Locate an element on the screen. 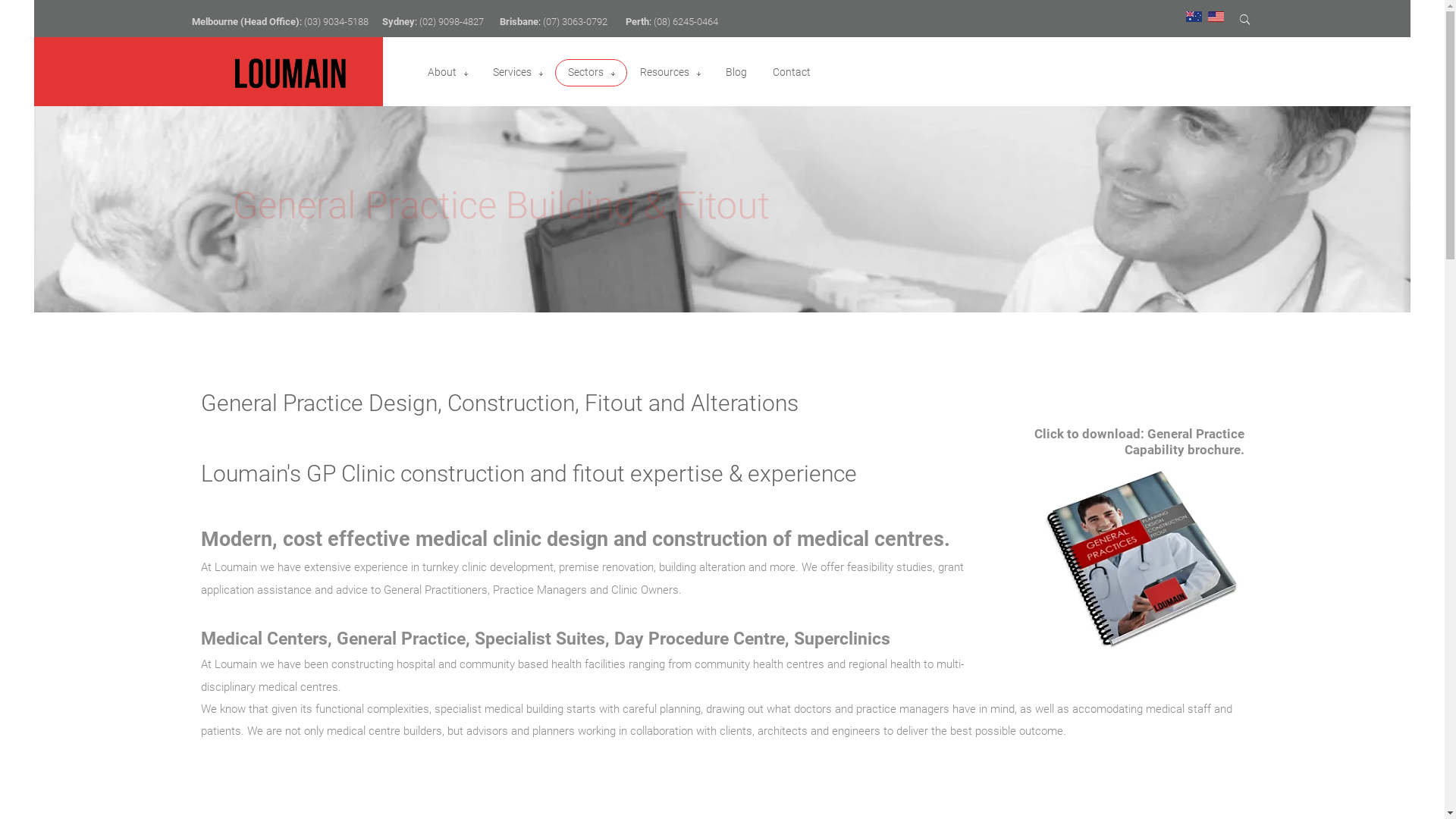 This screenshot has height=819, width=1456. 'Sectors' is located at coordinates (584, 72).